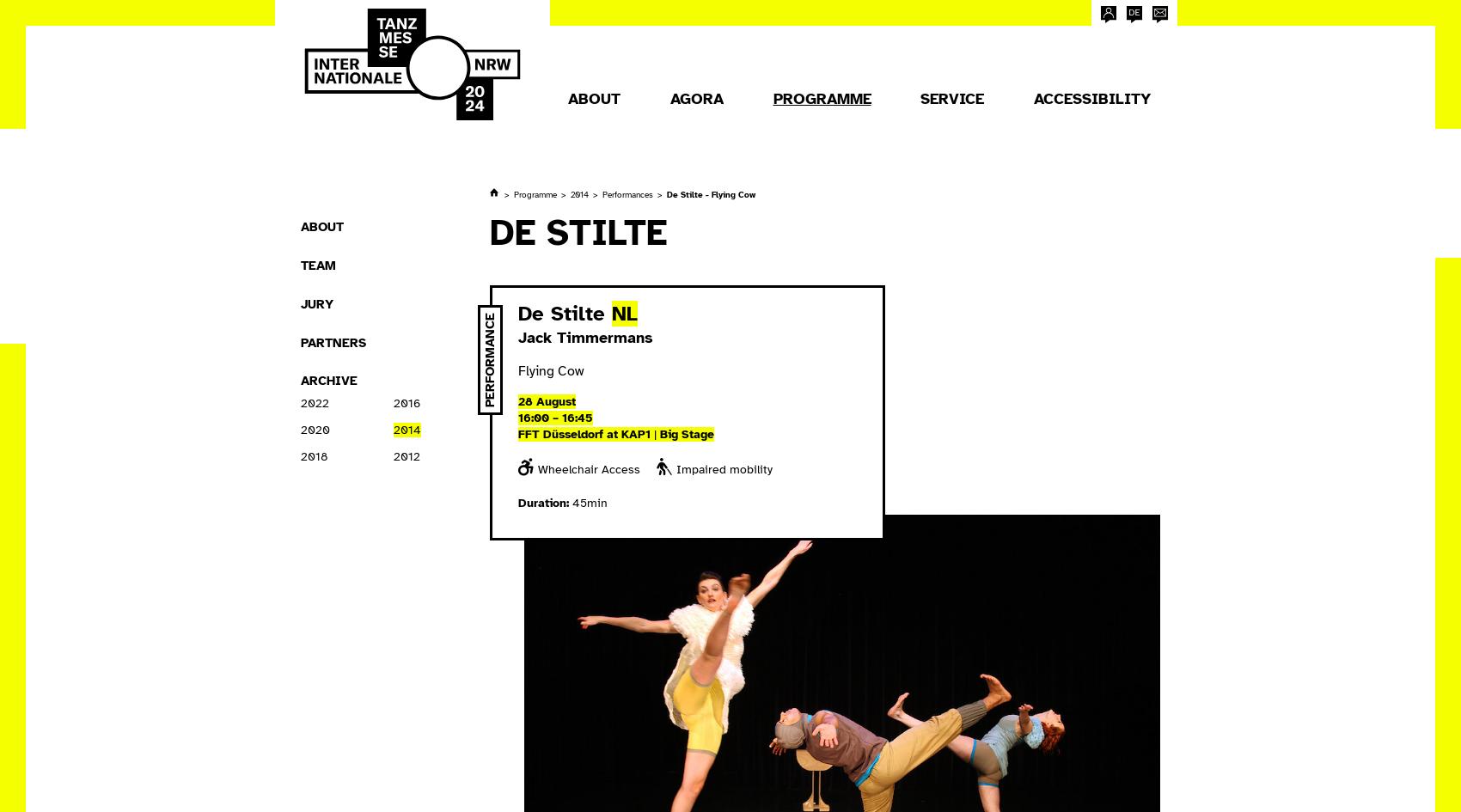  Describe the element at coordinates (316, 302) in the screenshot. I see `'Jury'` at that location.